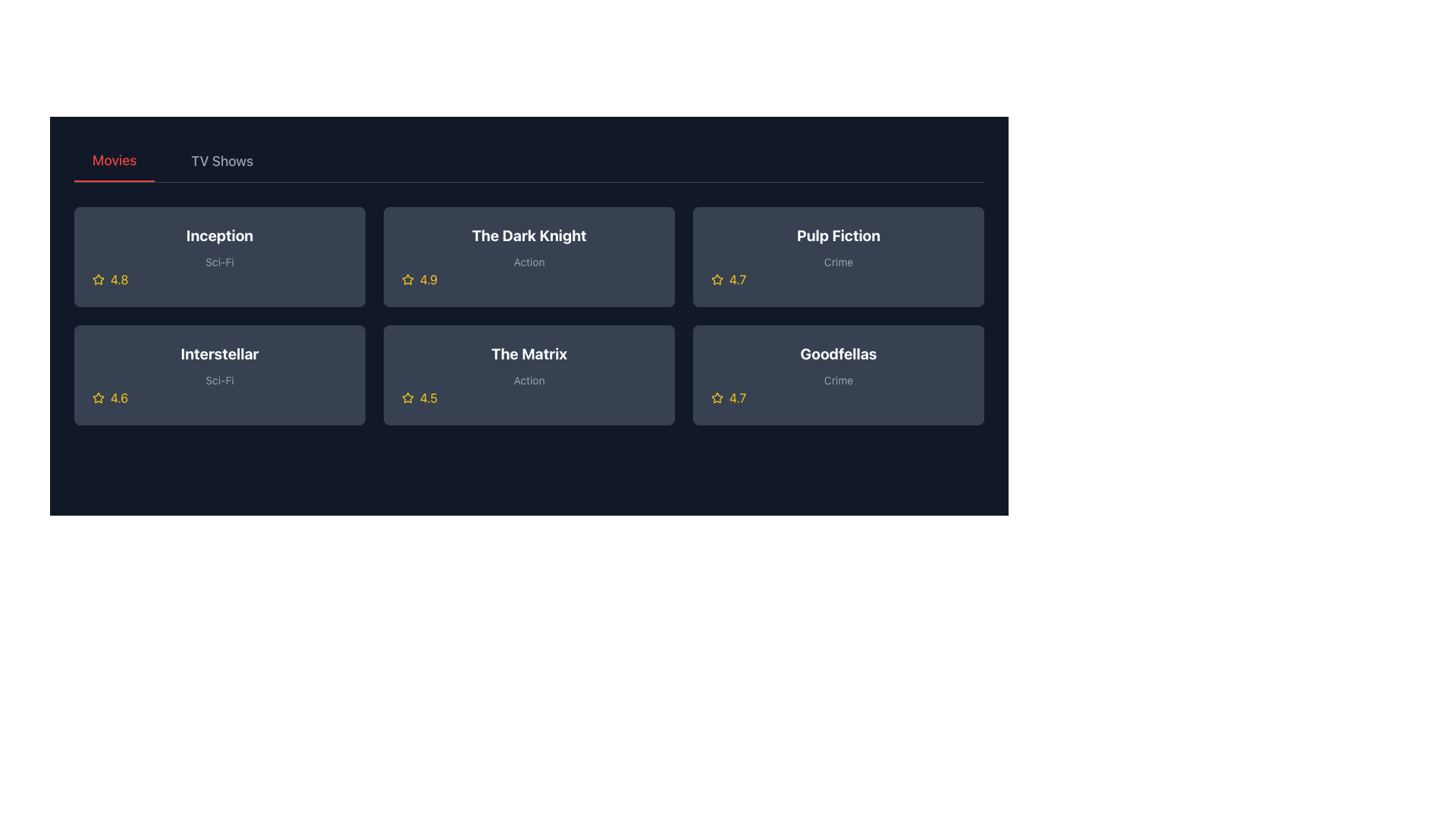  What do you see at coordinates (529, 261) in the screenshot?
I see `the text label displaying 'Action' which is located below 'The Dark Knight' in the second movie card of the top card row` at bounding box center [529, 261].